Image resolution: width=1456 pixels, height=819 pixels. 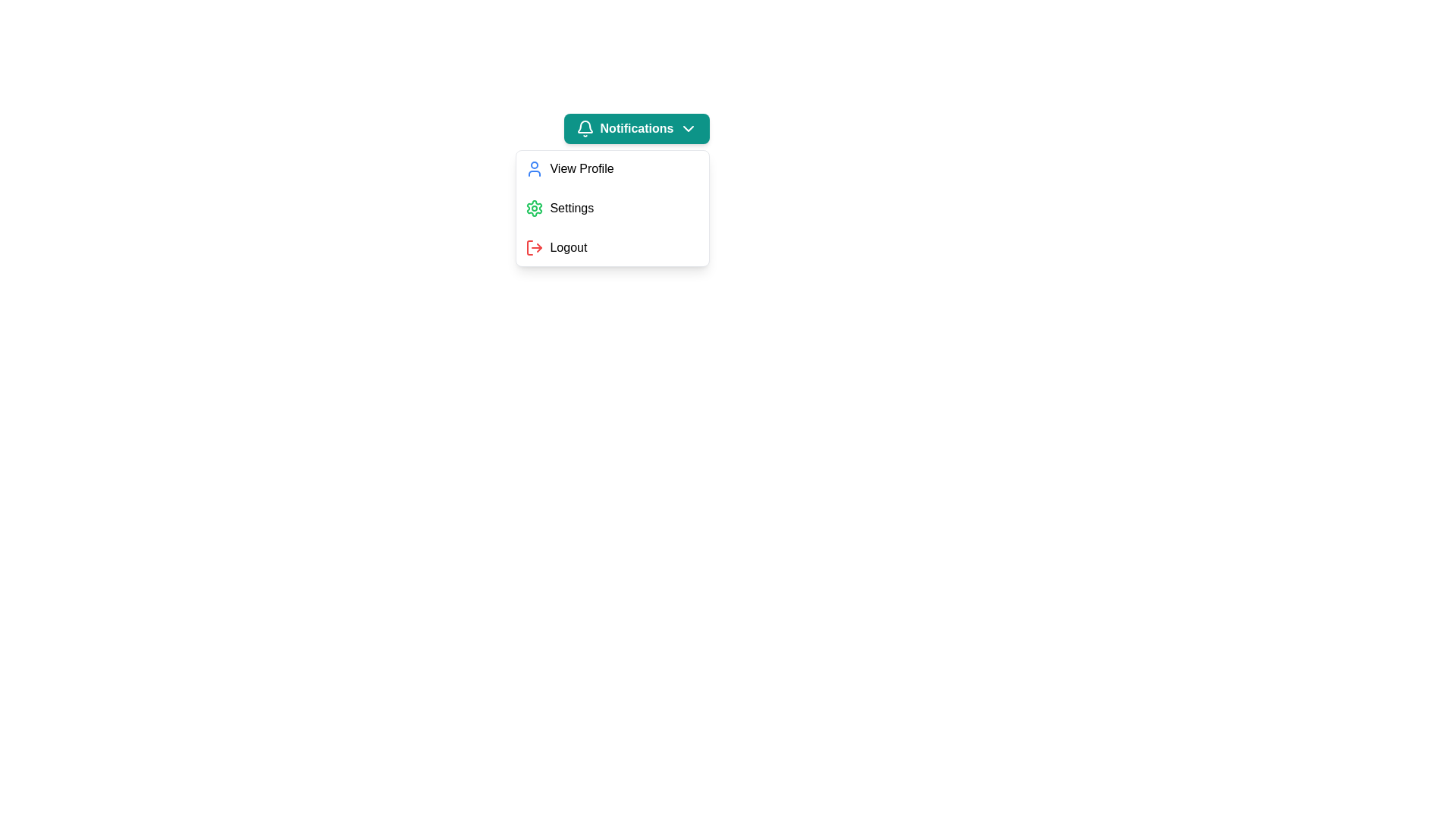 What do you see at coordinates (613, 208) in the screenshot?
I see `the menu option Settings` at bounding box center [613, 208].